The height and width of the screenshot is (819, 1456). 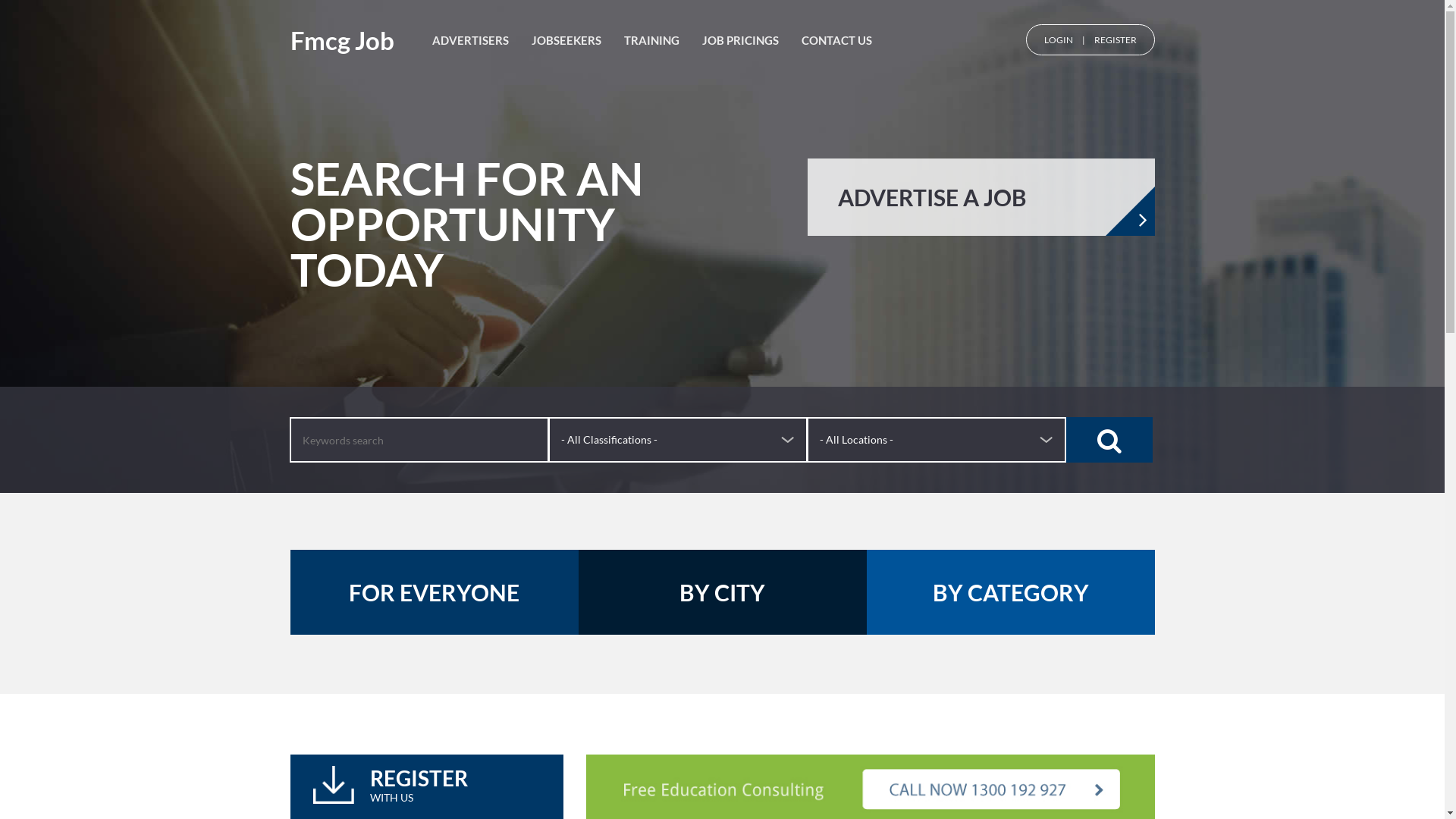 What do you see at coordinates (701, 39) in the screenshot?
I see `'JOB PRICINGS'` at bounding box center [701, 39].